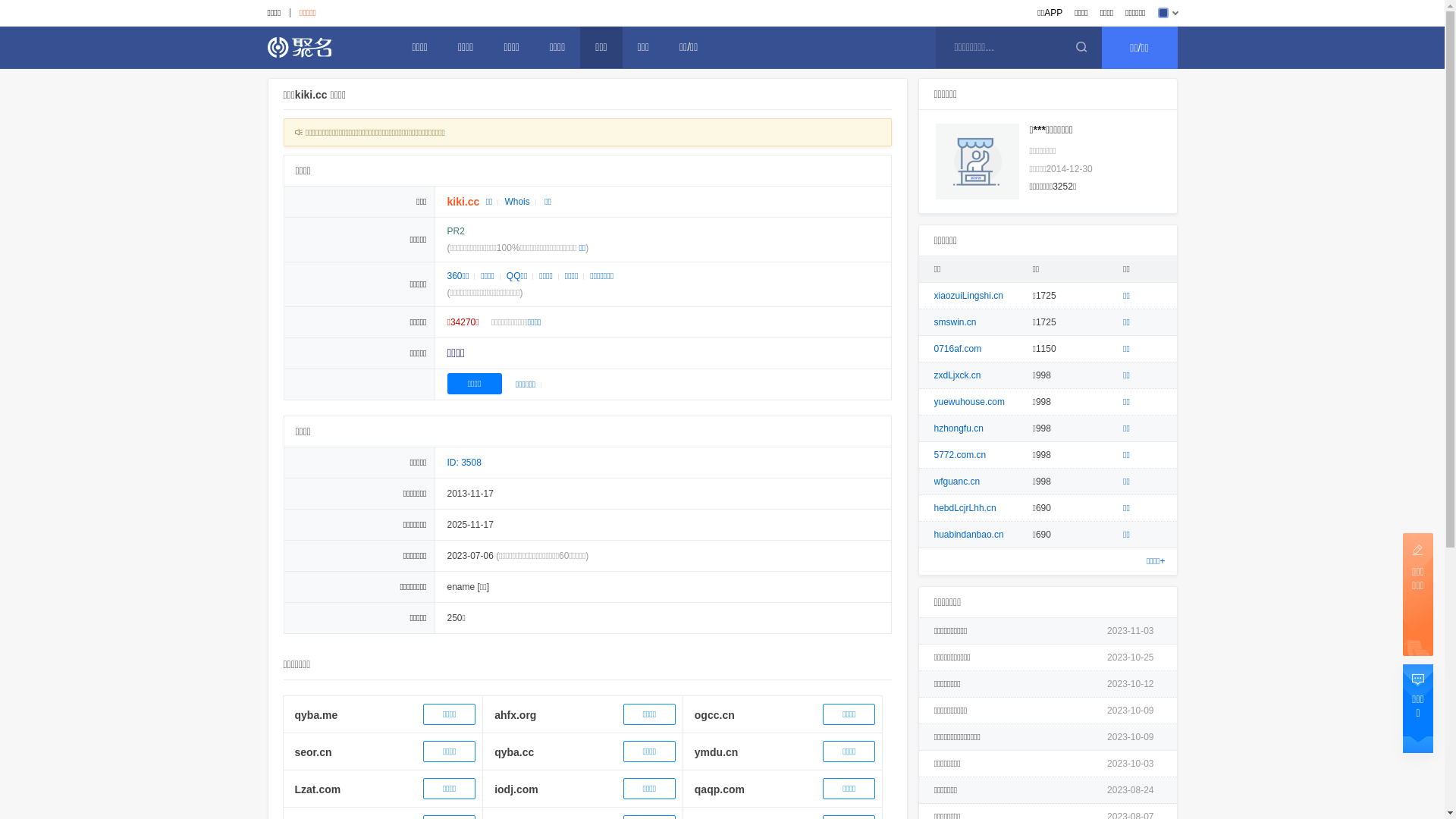 Image resolution: width=1456 pixels, height=819 pixels. I want to click on 'yuewuhouse.com', so click(968, 400).